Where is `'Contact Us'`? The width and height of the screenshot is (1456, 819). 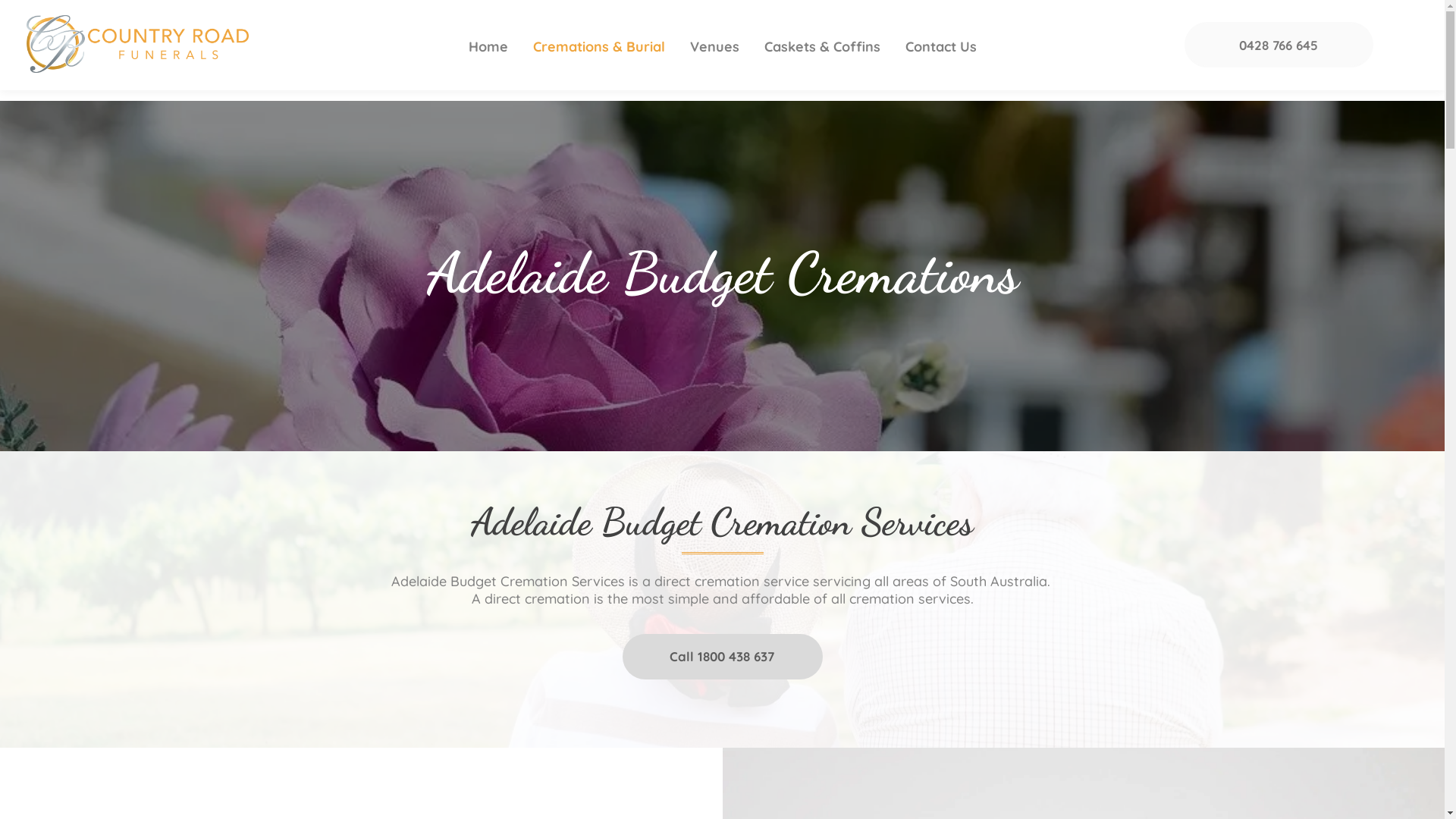
'Contact Us' is located at coordinates (940, 45).